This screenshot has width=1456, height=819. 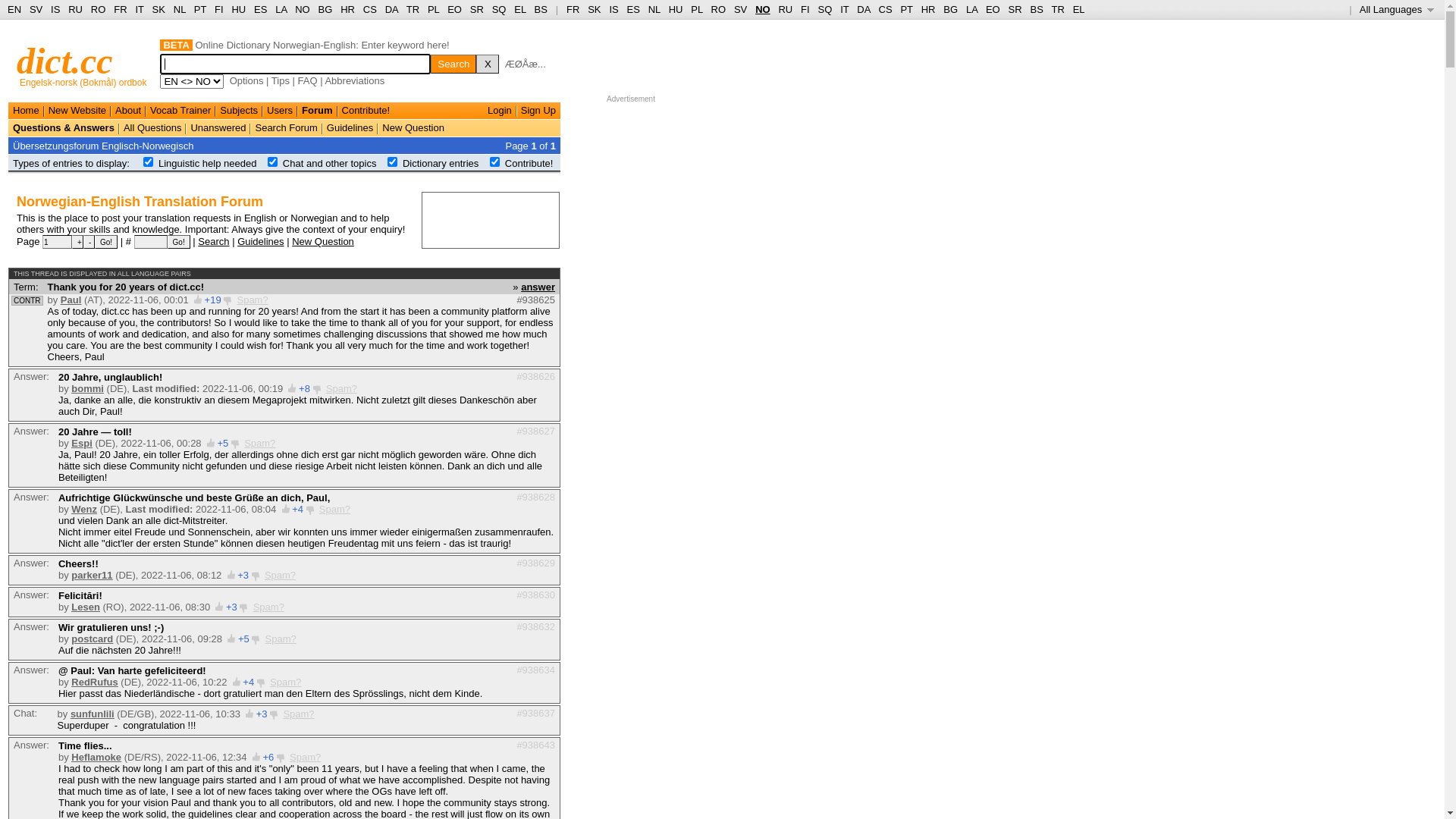 What do you see at coordinates (654, 9) in the screenshot?
I see `'NL'` at bounding box center [654, 9].